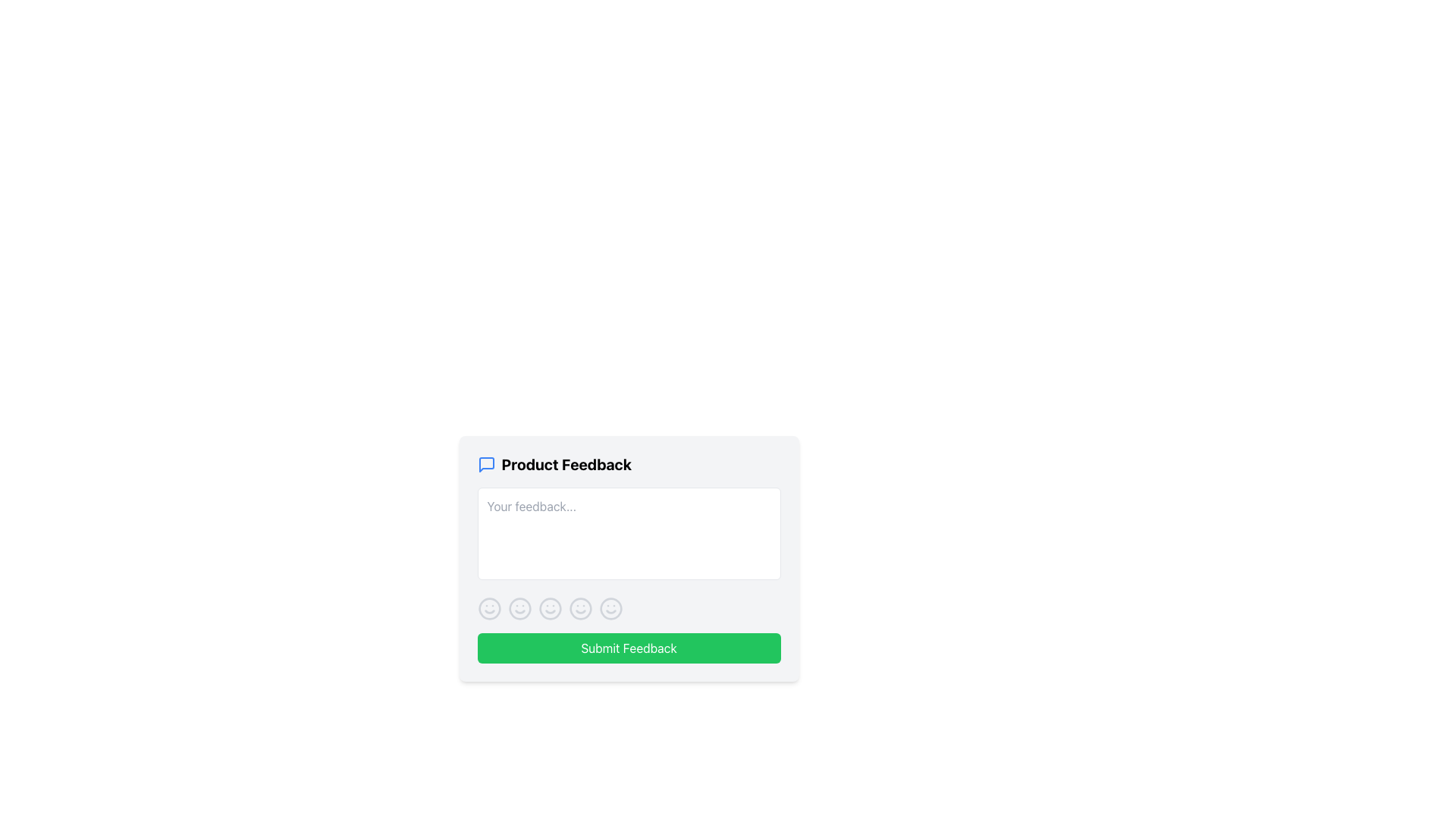 The width and height of the screenshot is (1456, 819). Describe the element at coordinates (610, 607) in the screenshot. I see `on the rightmost smiley face icon in the feedback form, which is part of the rating system located above the 'Submit Feedback' button` at that location.